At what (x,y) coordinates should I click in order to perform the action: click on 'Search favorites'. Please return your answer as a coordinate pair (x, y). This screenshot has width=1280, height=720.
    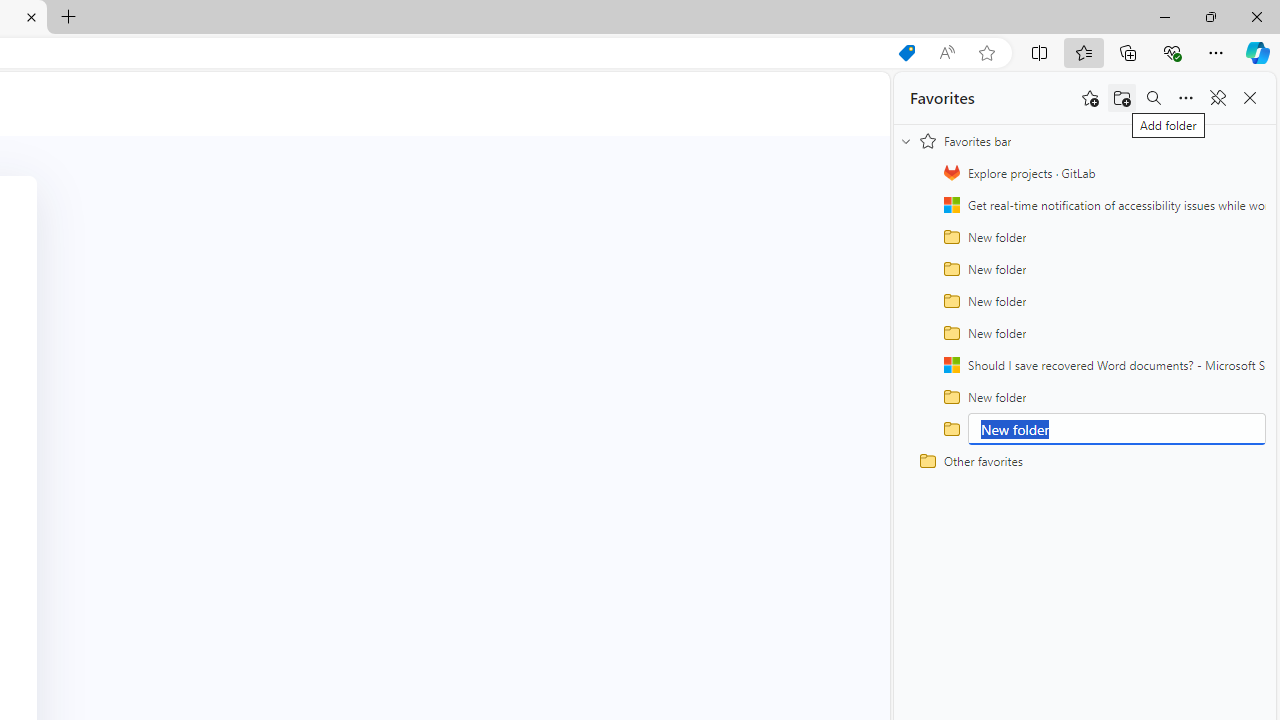
    Looking at the image, I should click on (1153, 98).